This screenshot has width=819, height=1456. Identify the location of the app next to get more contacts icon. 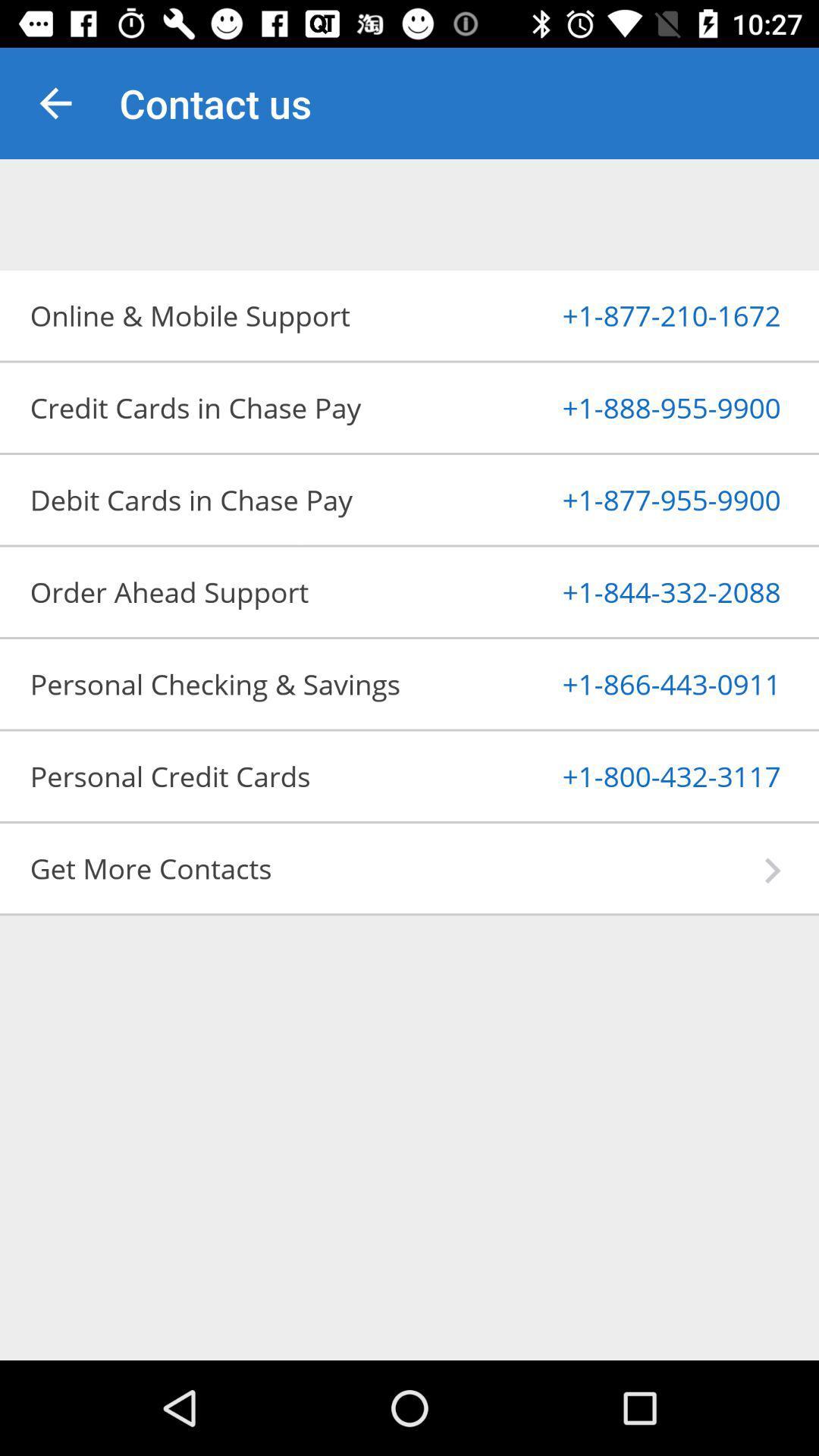
(773, 871).